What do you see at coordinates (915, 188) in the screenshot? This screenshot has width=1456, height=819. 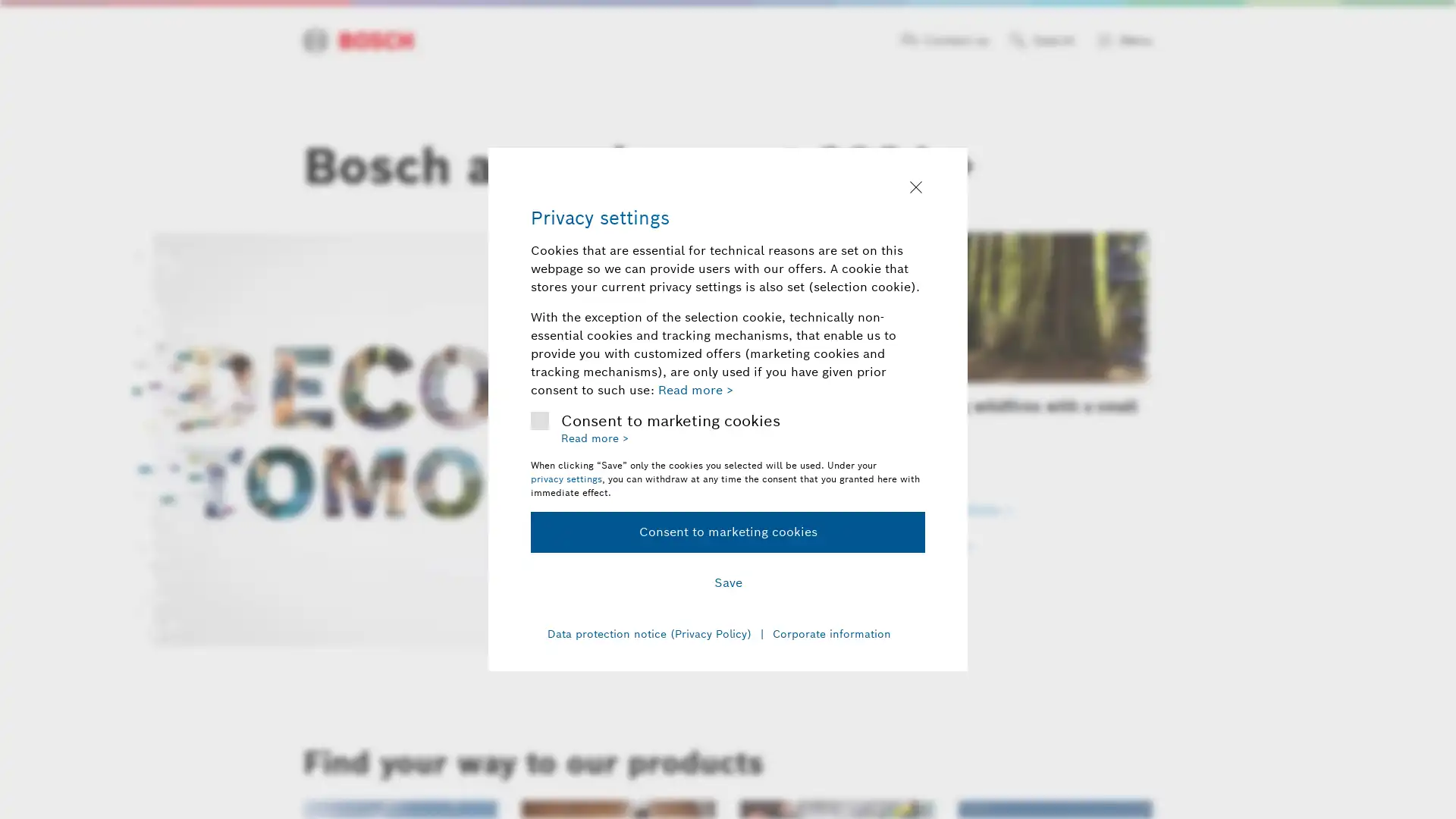 I see `Close` at bounding box center [915, 188].